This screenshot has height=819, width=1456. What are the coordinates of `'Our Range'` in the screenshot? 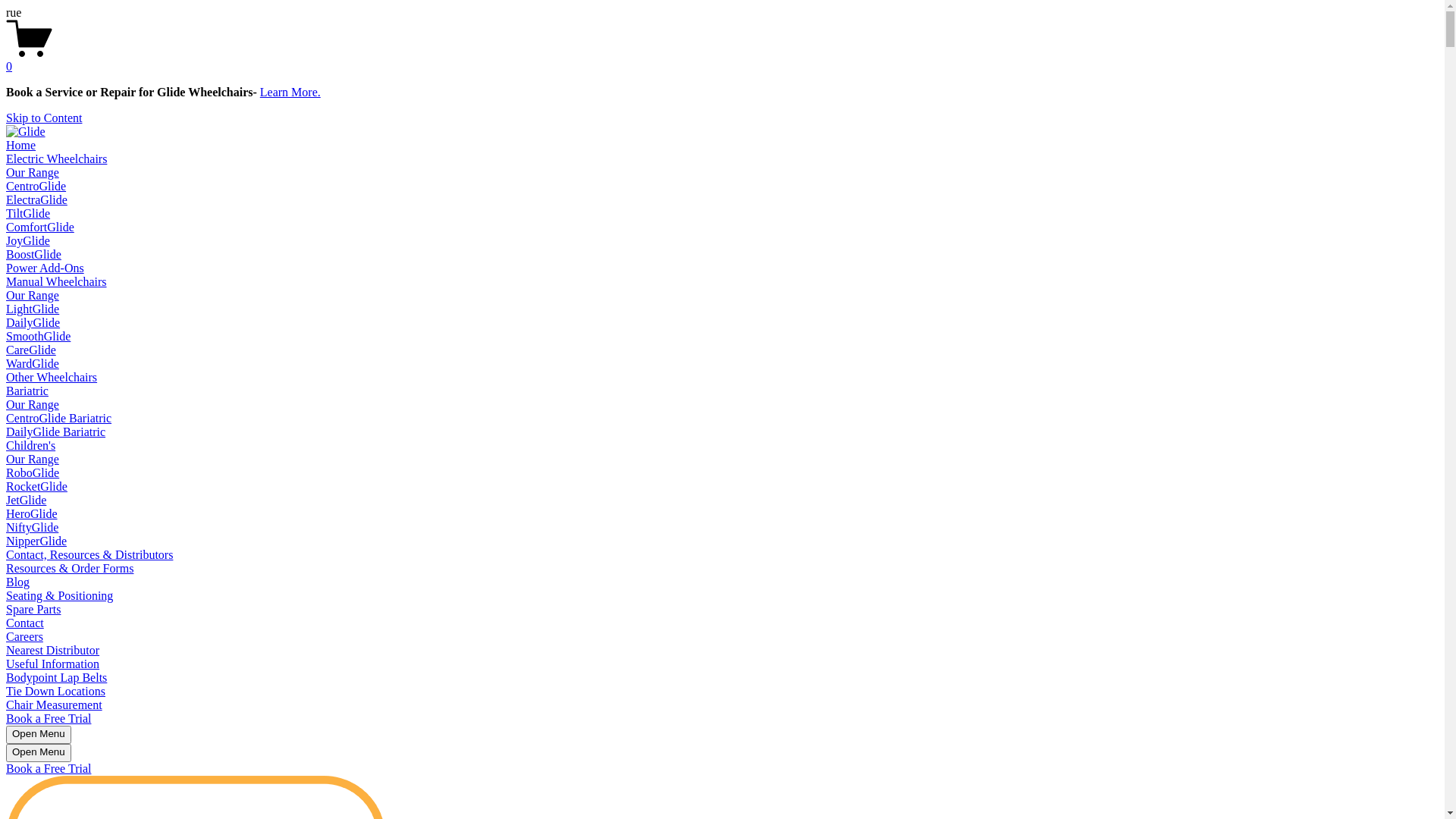 It's located at (6, 295).